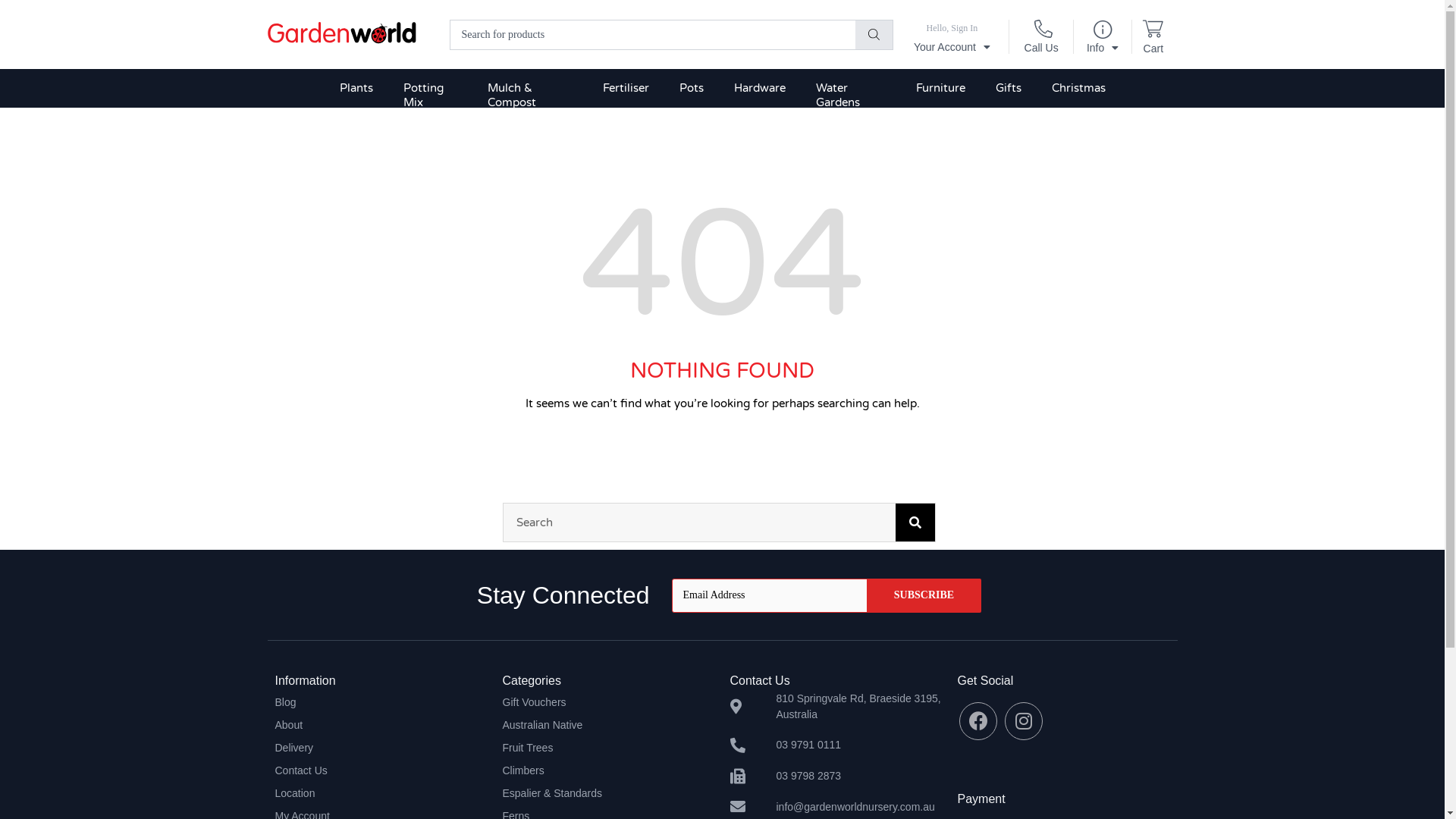  I want to click on '03 9791 0111', so click(835, 744).